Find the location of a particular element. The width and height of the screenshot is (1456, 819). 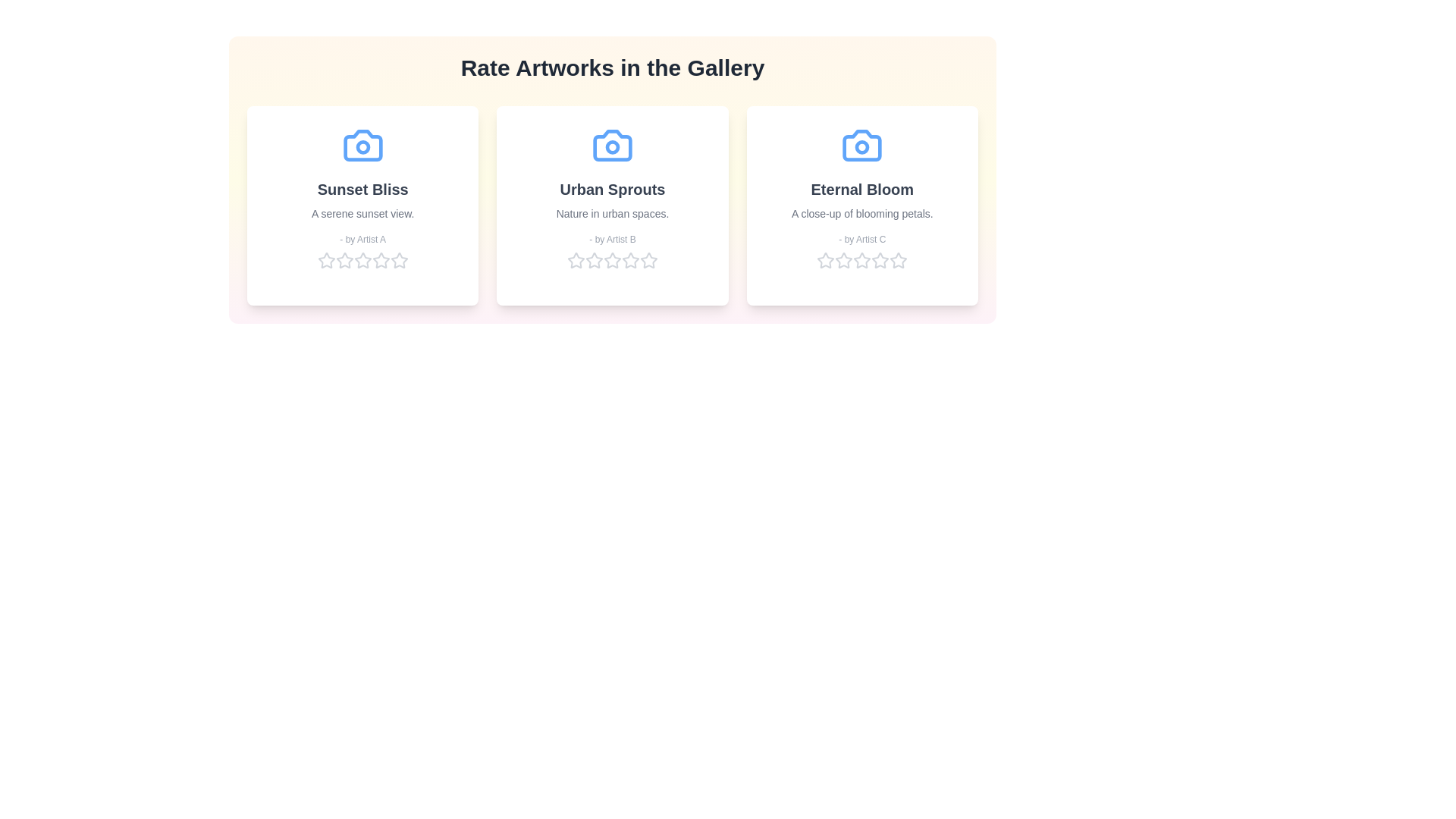

the star corresponding to 1 for the artwork 'Urban Sprouts' to set its rating is located at coordinates (575, 259).